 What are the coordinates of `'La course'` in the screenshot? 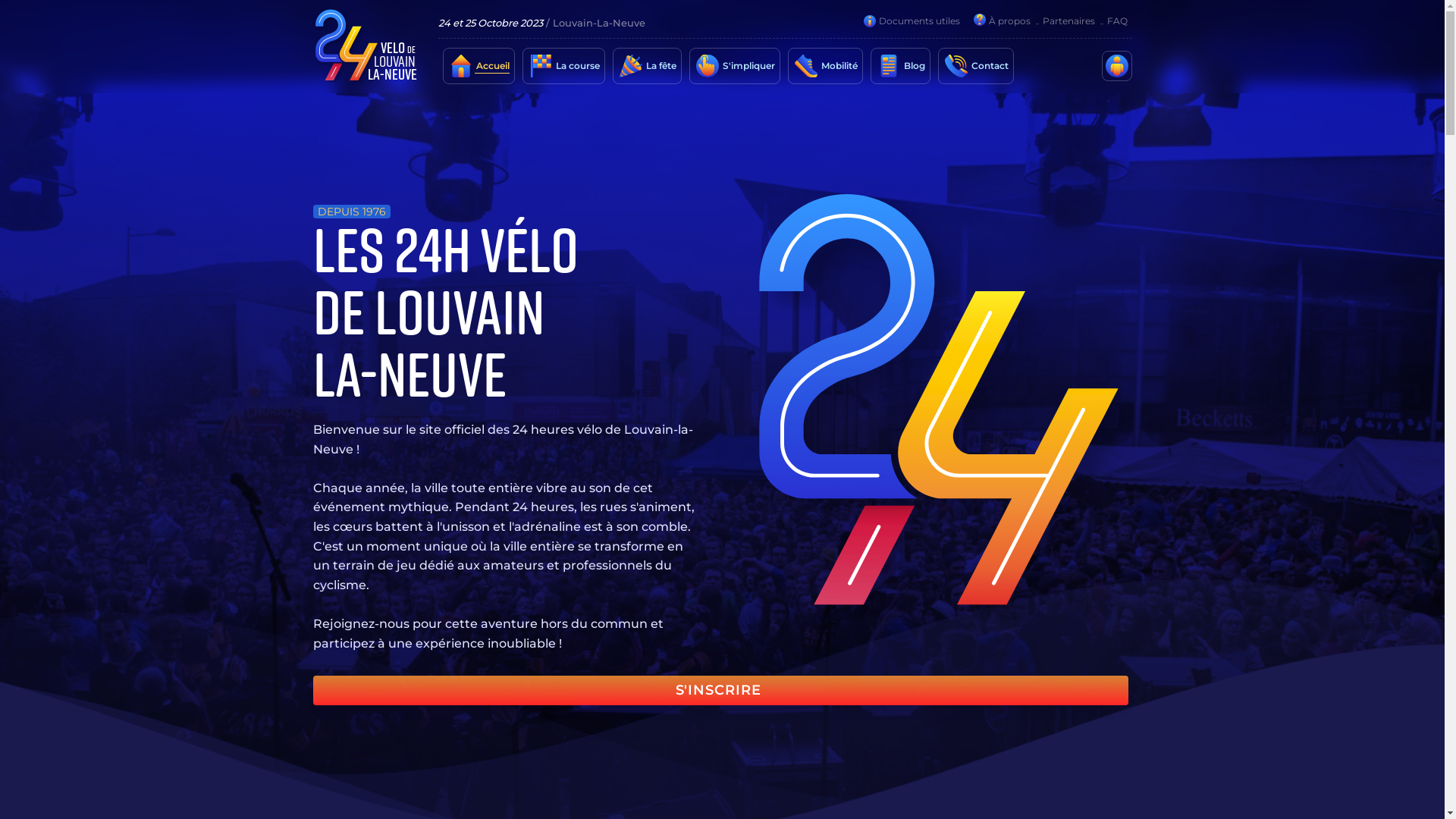 It's located at (575, 65).